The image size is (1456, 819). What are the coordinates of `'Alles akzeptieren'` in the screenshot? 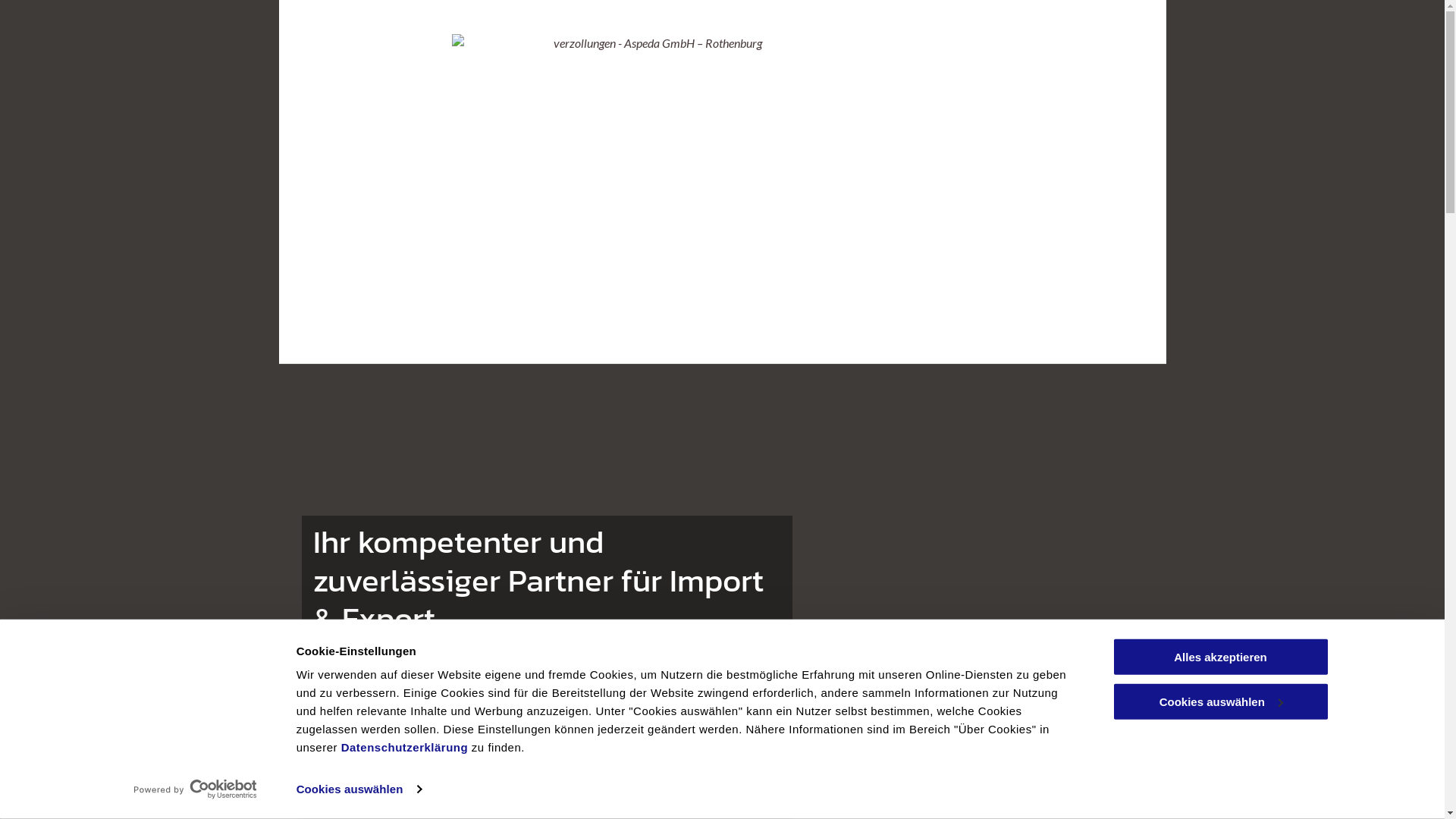 It's located at (1219, 656).